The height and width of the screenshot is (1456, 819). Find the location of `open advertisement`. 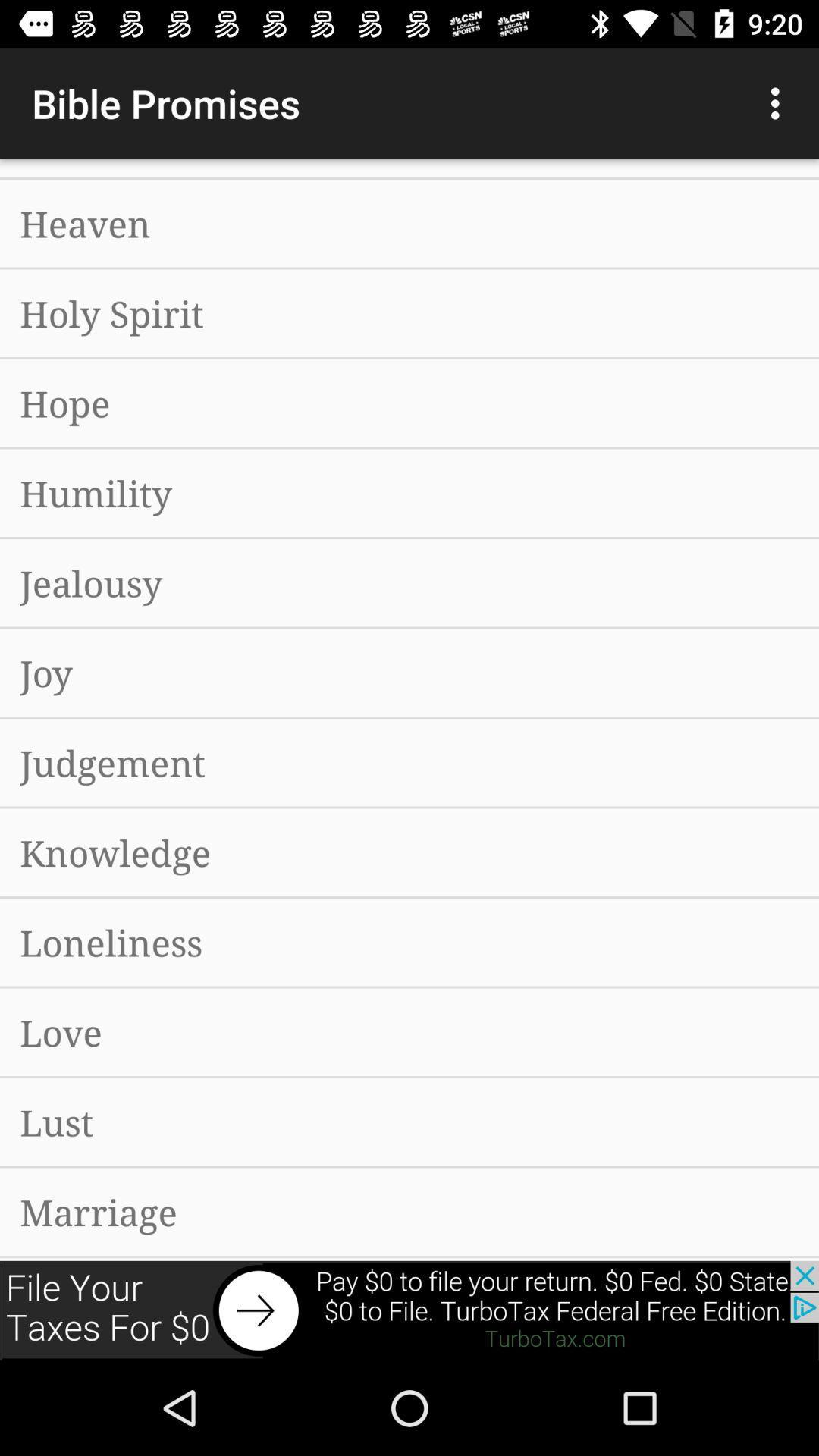

open advertisement is located at coordinates (409, 1310).